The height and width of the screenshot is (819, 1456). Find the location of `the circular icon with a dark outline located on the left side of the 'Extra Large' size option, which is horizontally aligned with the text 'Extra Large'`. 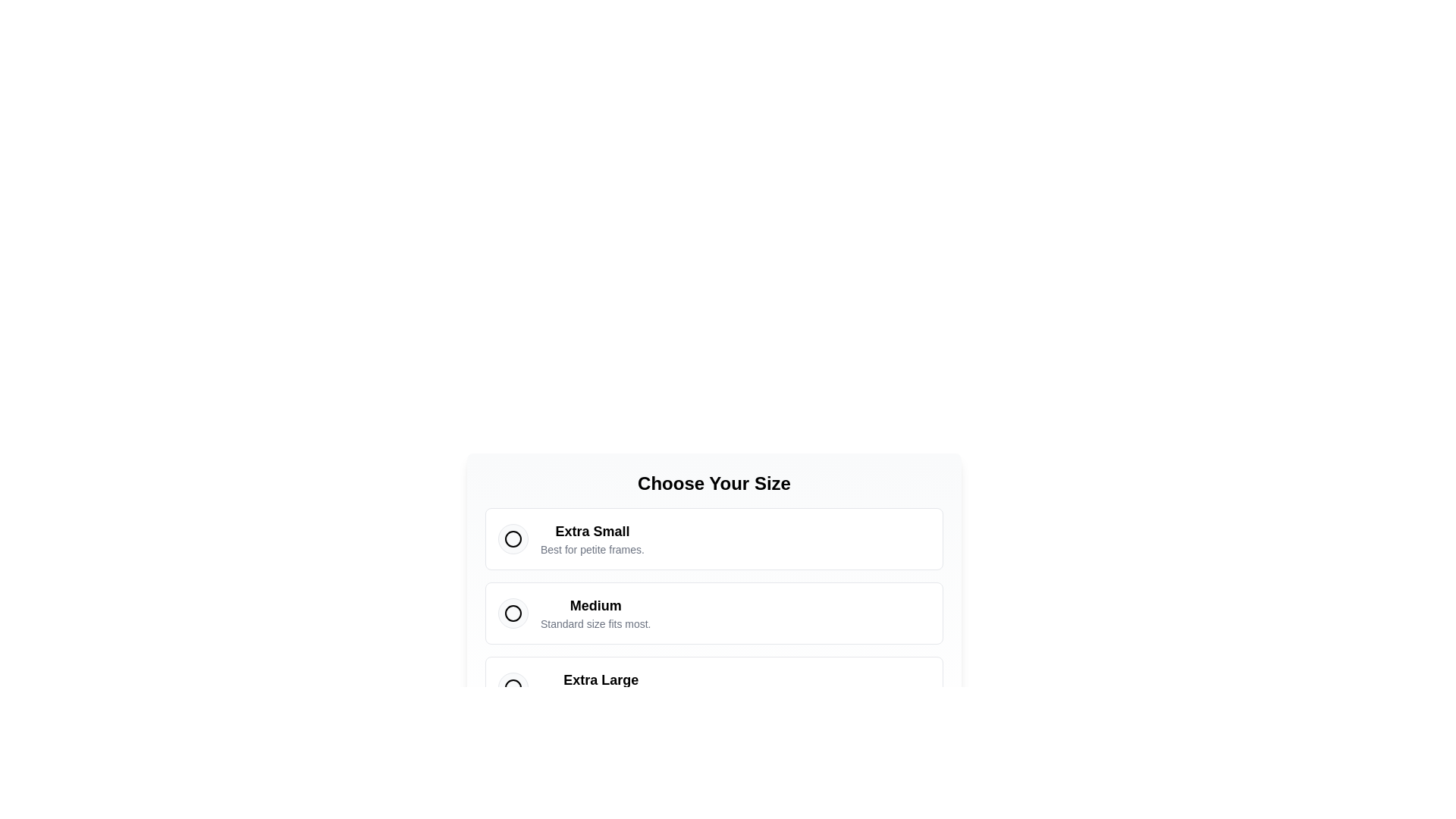

the circular icon with a dark outline located on the left side of the 'Extra Large' size option, which is horizontally aligned with the text 'Extra Large' is located at coordinates (513, 687).